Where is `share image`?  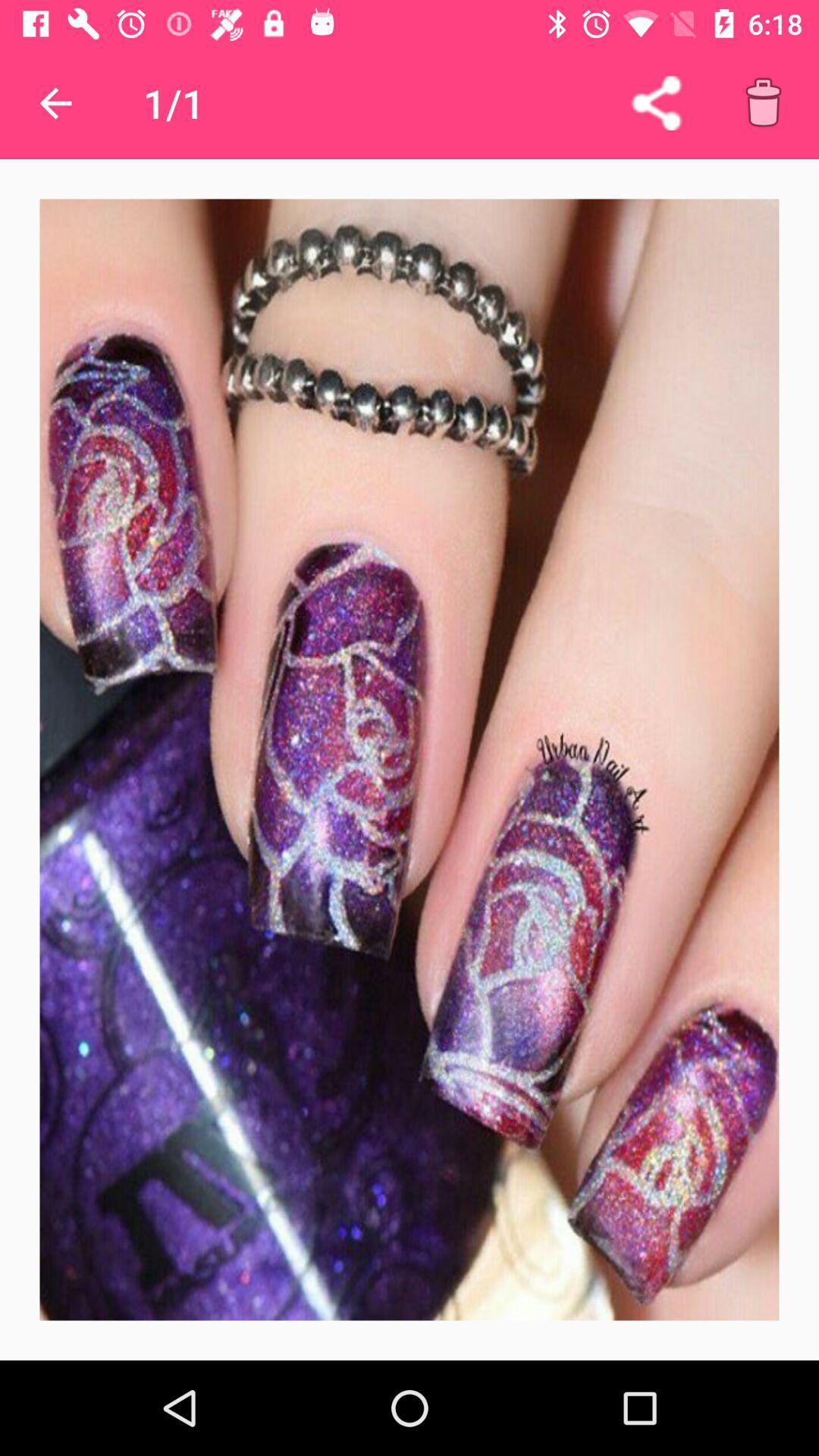
share image is located at coordinates (655, 102).